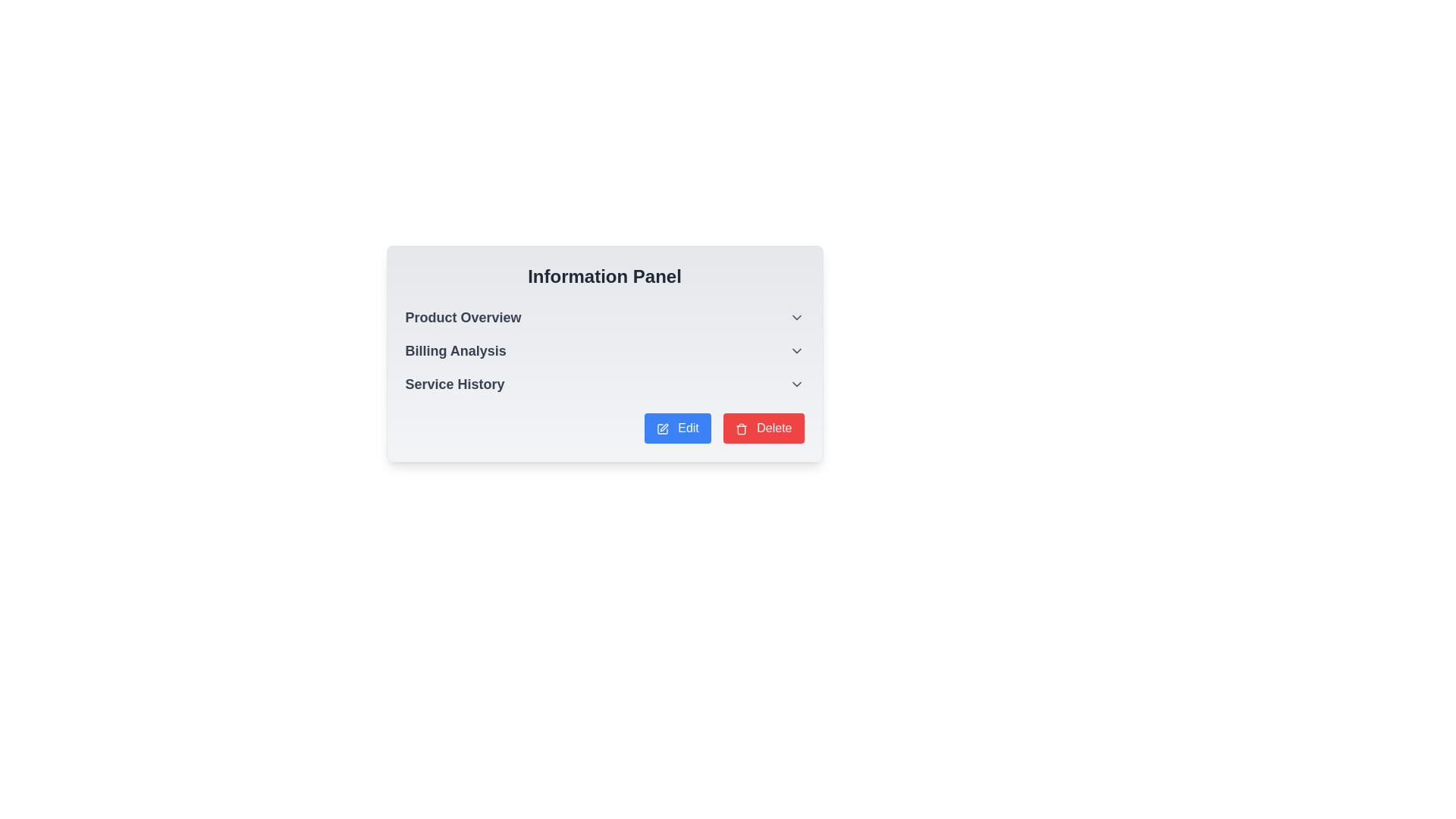 The width and height of the screenshot is (1456, 819). What do you see at coordinates (795, 383) in the screenshot?
I see `the Icon button located to the right of the 'Service History' text in the 'Information Panel' section to indicate interactivity` at bounding box center [795, 383].